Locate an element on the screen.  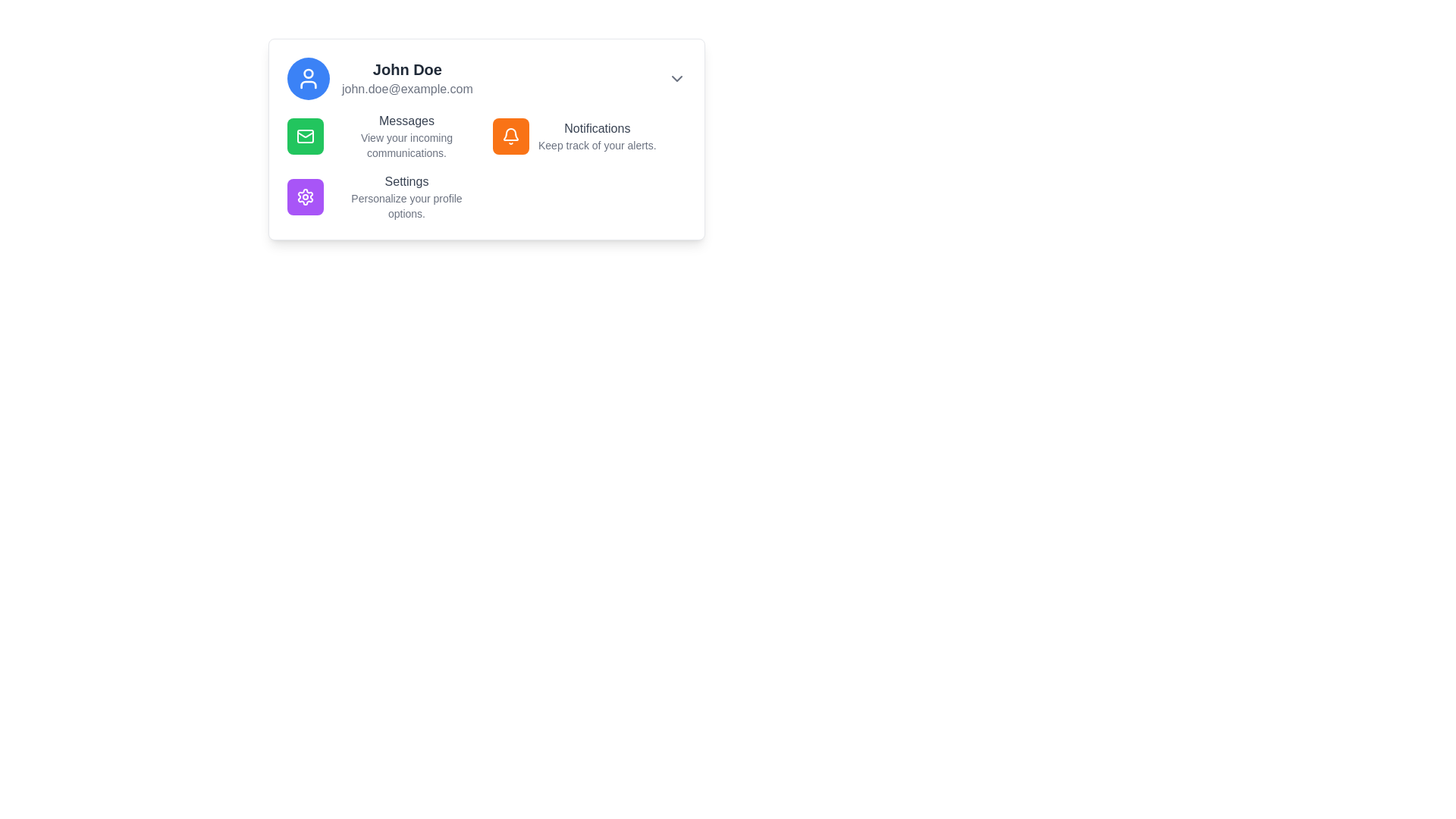
the dropdown trigger icon located on the far-right side of the user profile section containing 'John Doe'. This icon is intended for expanding options or revealing additional information is located at coordinates (676, 79).